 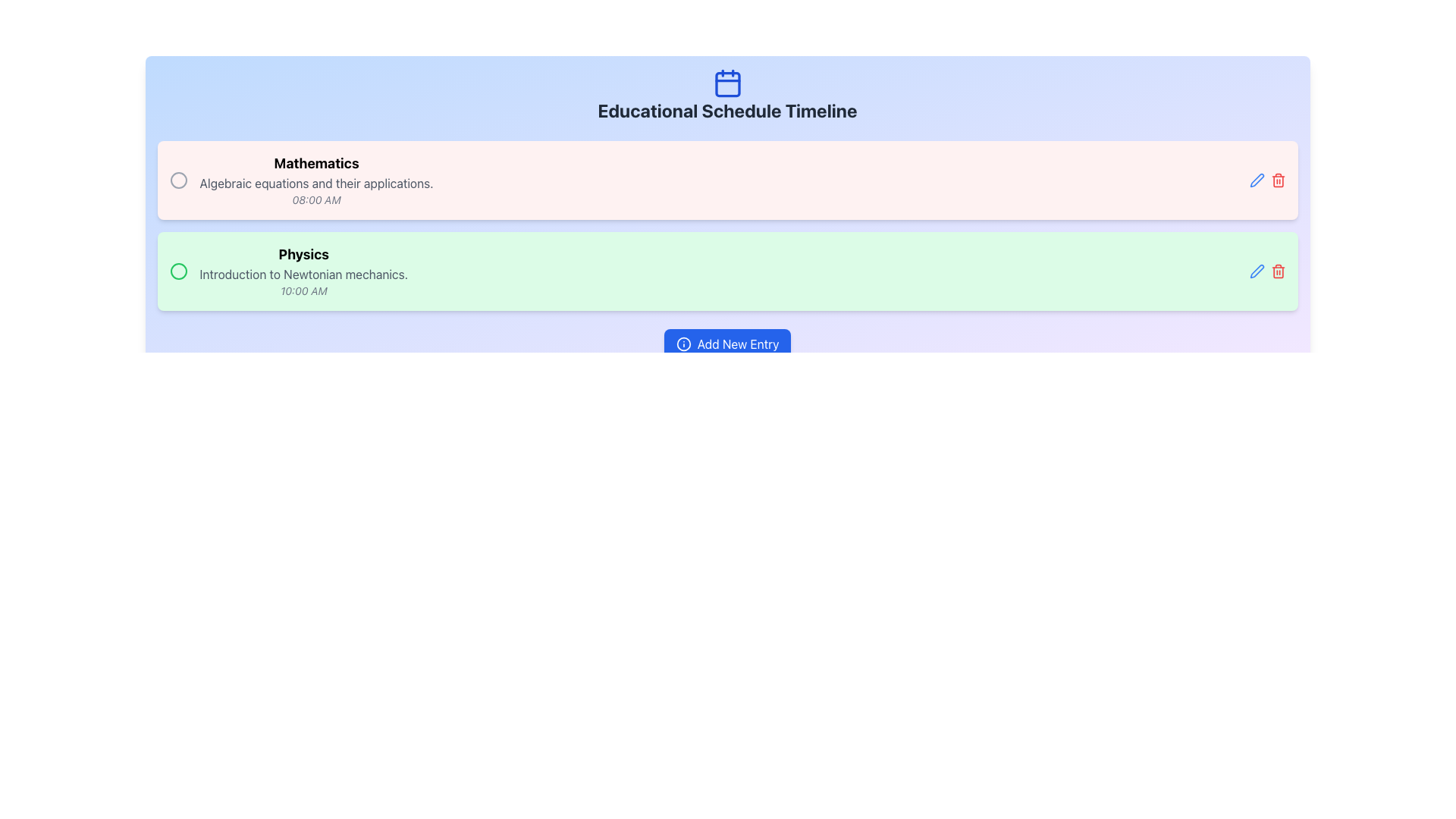 What do you see at coordinates (726, 344) in the screenshot?
I see `the 'Add New Entry' button, which is a rounded rectangle with white text on a blue background` at bounding box center [726, 344].